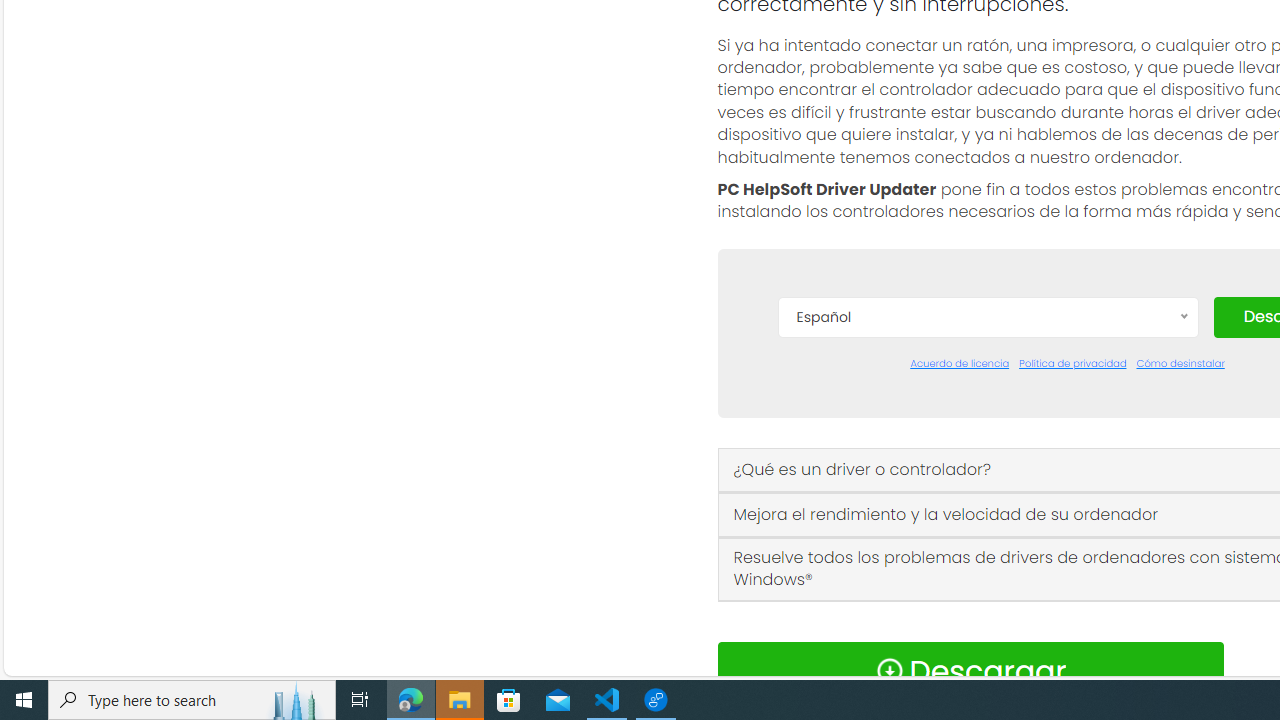 The image size is (1280, 720). I want to click on 'Norsk', so click(987, 652).